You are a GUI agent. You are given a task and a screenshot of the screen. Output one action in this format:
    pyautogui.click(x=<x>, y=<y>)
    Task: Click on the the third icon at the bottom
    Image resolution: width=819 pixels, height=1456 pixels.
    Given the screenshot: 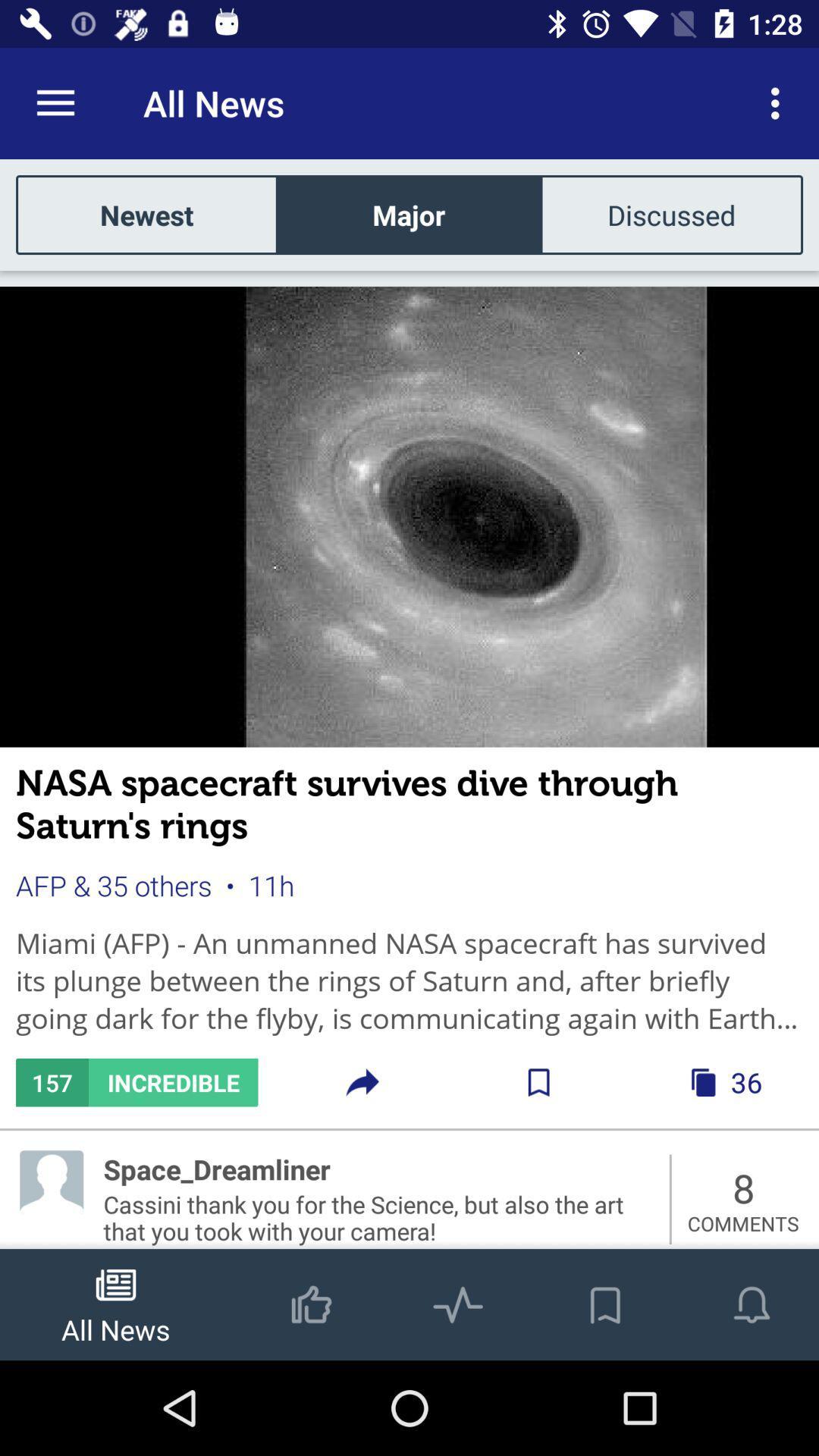 What is the action you would take?
    pyautogui.click(x=457, y=1288)
    